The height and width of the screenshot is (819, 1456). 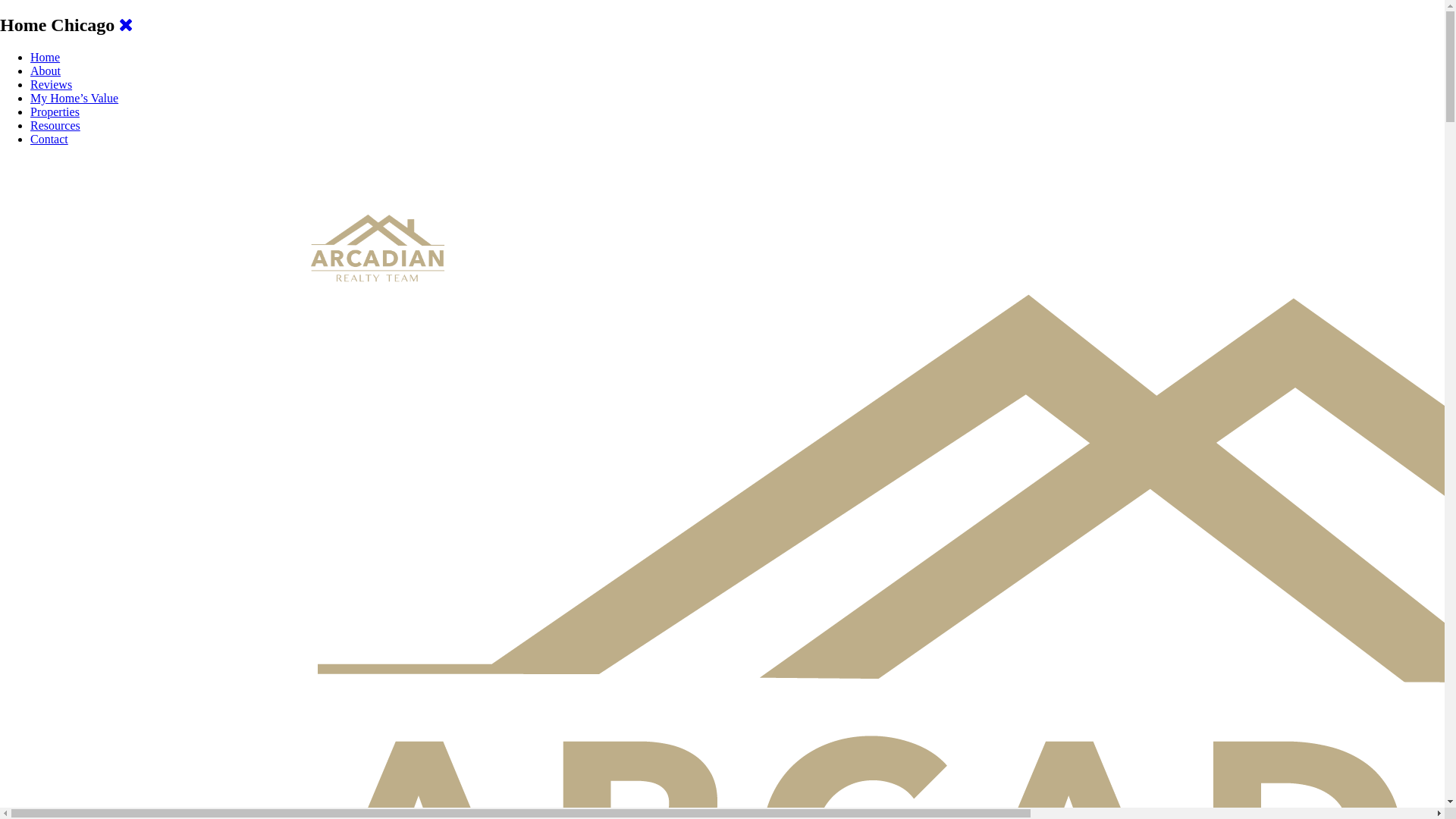 I want to click on 'Contact', so click(x=30, y=139).